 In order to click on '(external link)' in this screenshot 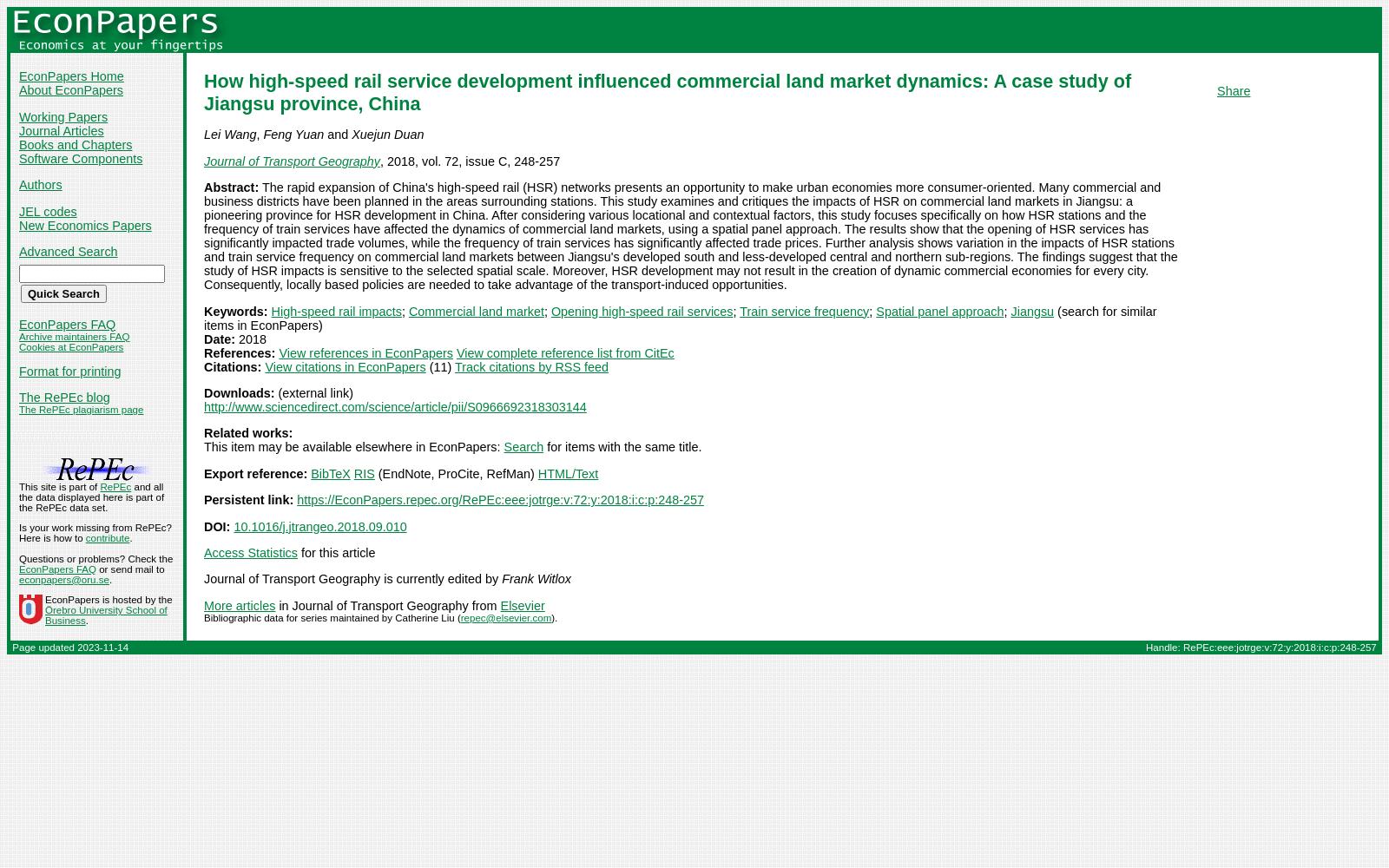, I will do `click(313, 392)`.